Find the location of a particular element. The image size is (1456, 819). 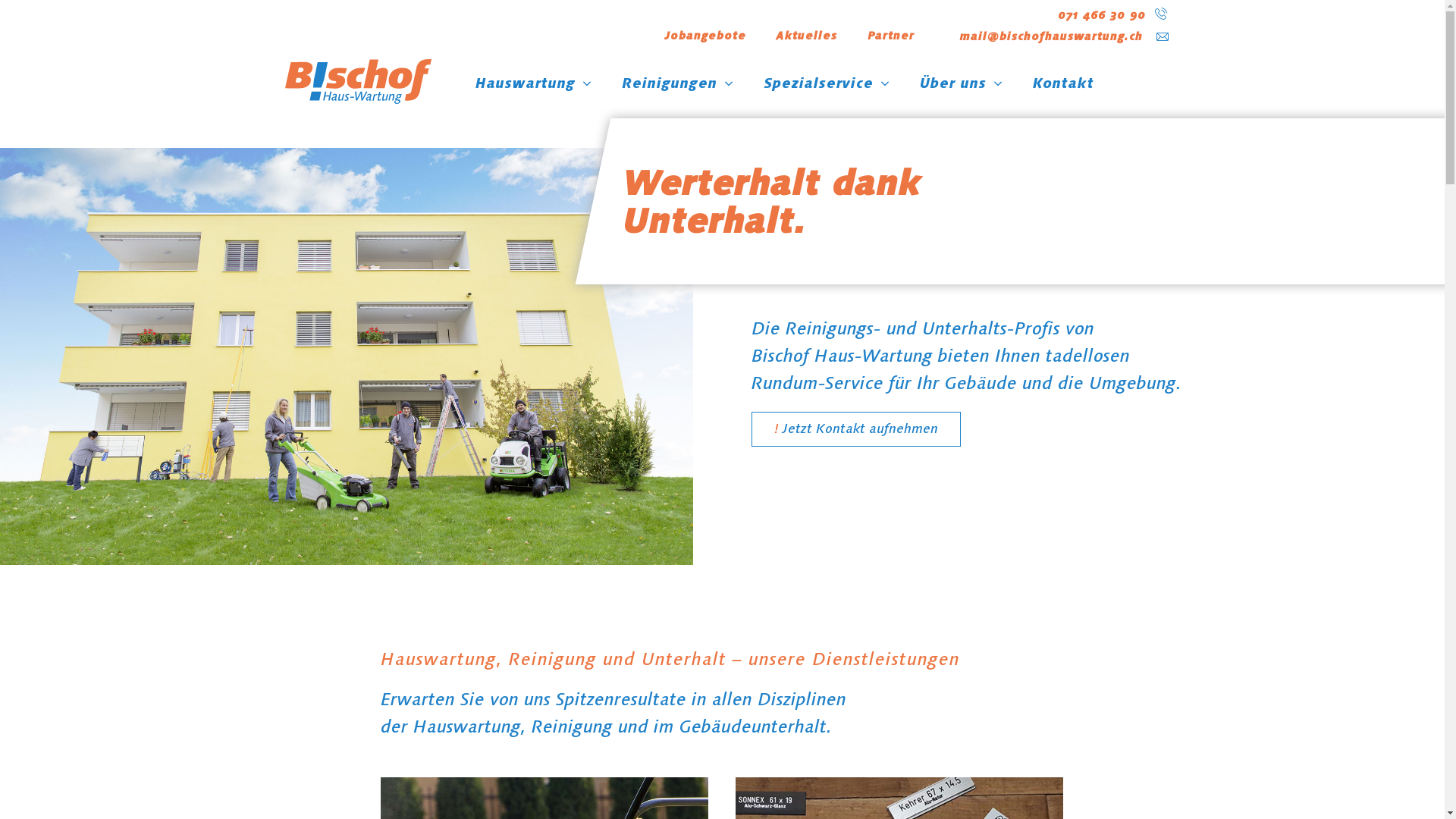

'Spezialservice' is located at coordinates (825, 89).